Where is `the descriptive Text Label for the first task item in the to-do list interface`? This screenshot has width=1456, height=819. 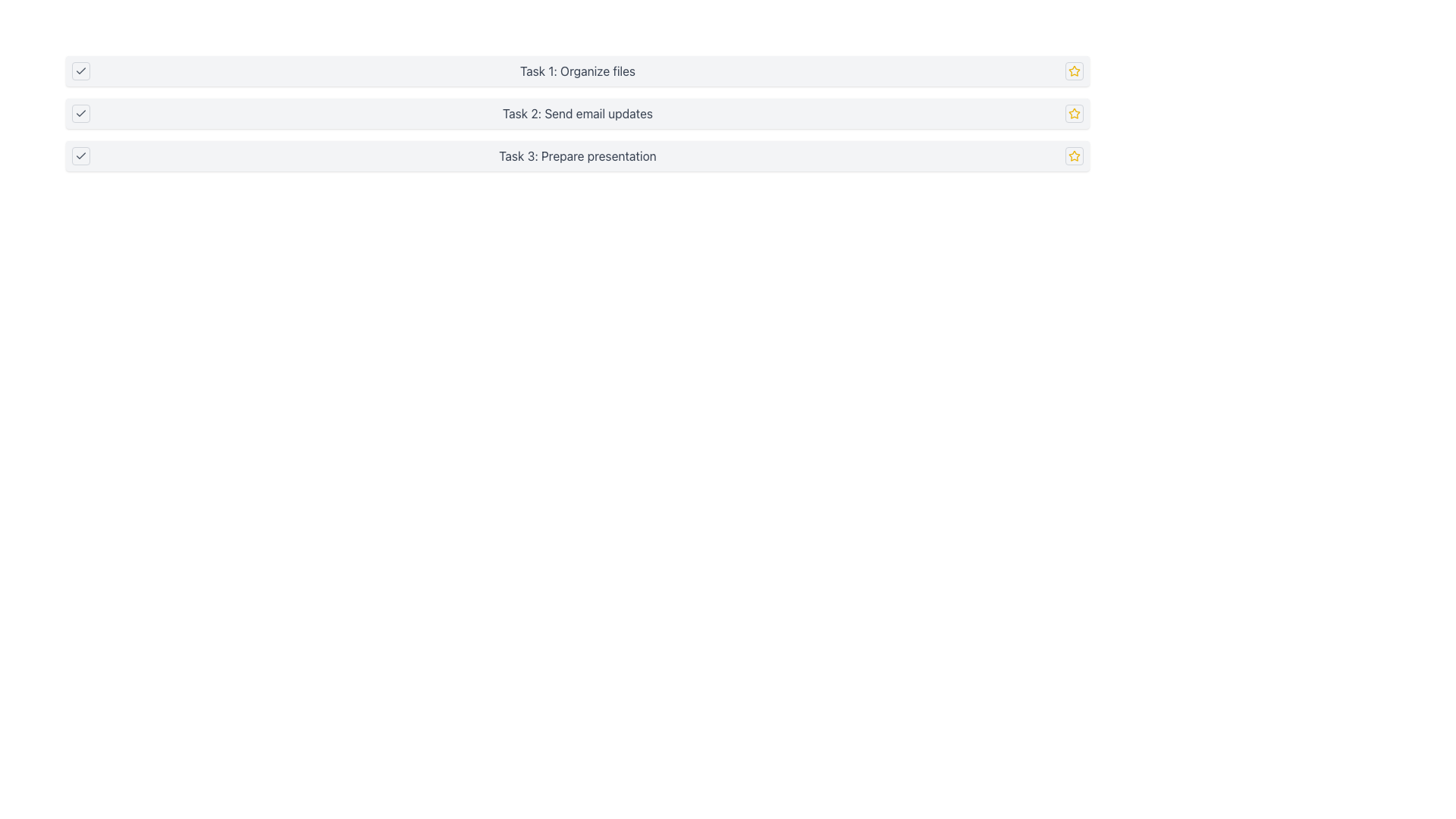
the descriptive Text Label for the first task item in the to-do list interface is located at coordinates (577, 71).